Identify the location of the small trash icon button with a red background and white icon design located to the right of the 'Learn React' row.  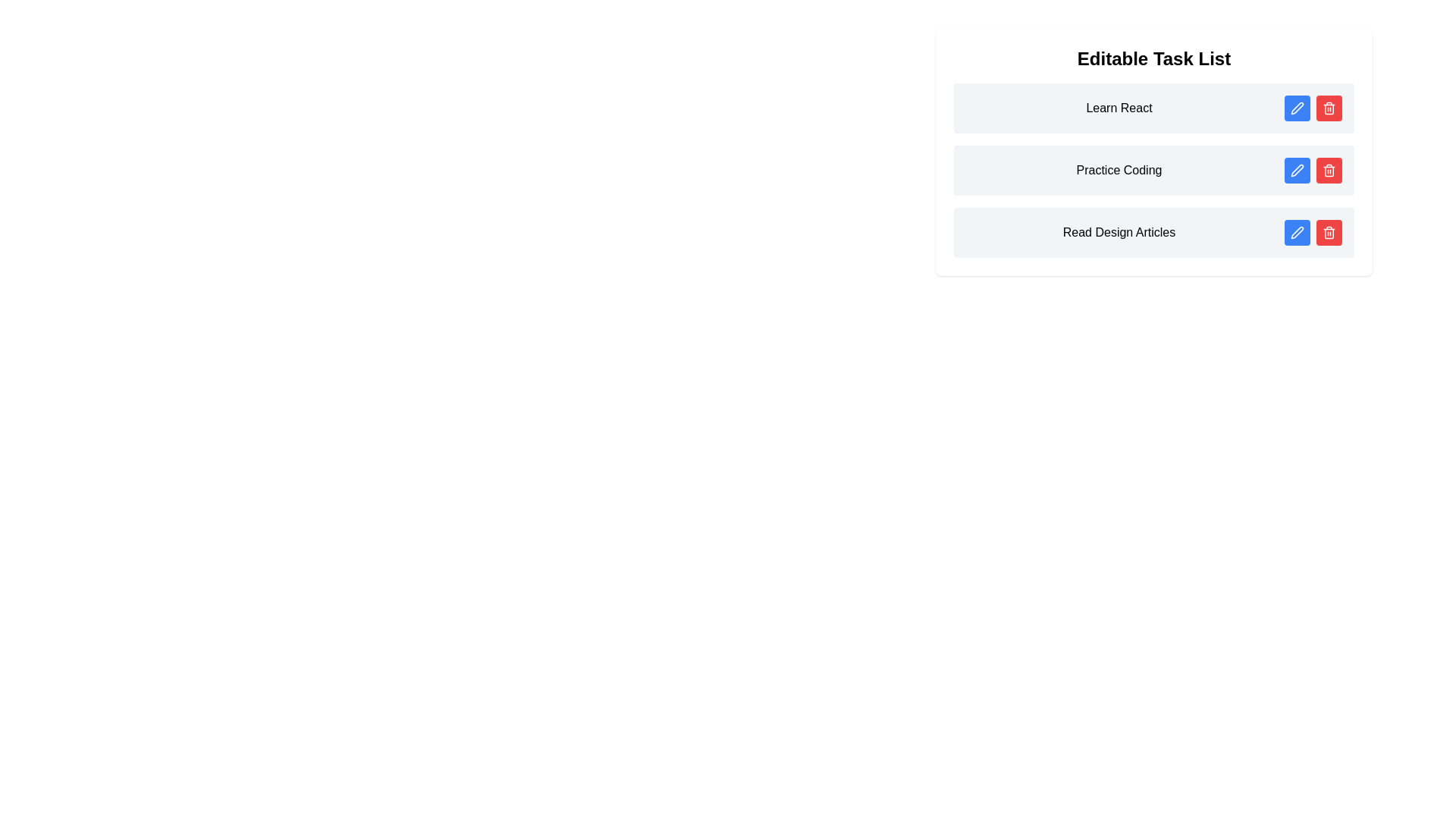
(1328, 107).